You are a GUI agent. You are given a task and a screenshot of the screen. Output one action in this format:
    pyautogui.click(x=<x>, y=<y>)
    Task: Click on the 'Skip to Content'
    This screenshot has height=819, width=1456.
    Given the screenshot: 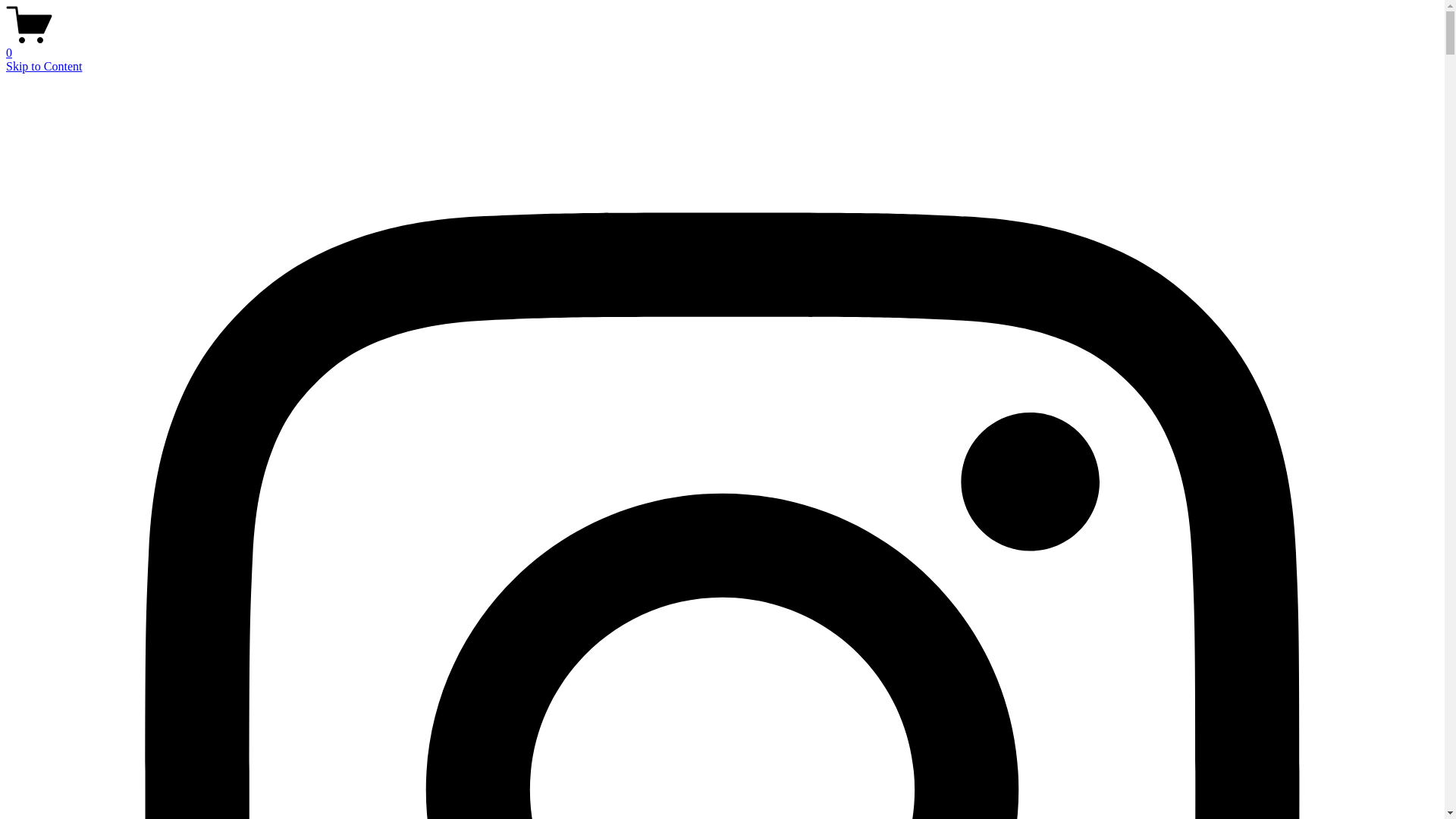 What is the action you would take?
    pyautogui.click(x=43, y=65)
    